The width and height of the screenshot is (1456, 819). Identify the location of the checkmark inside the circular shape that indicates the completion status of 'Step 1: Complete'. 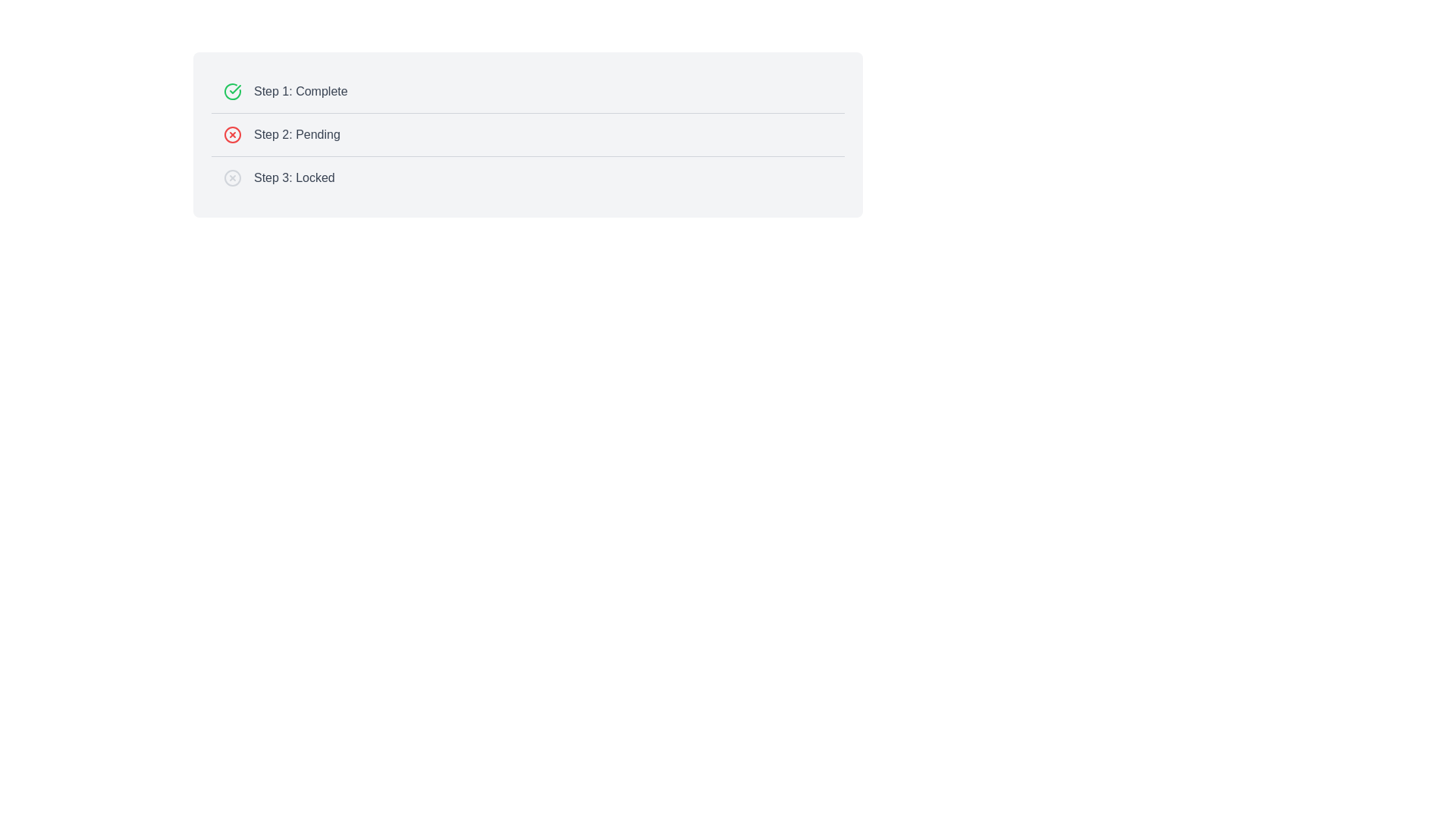
(234, 89).